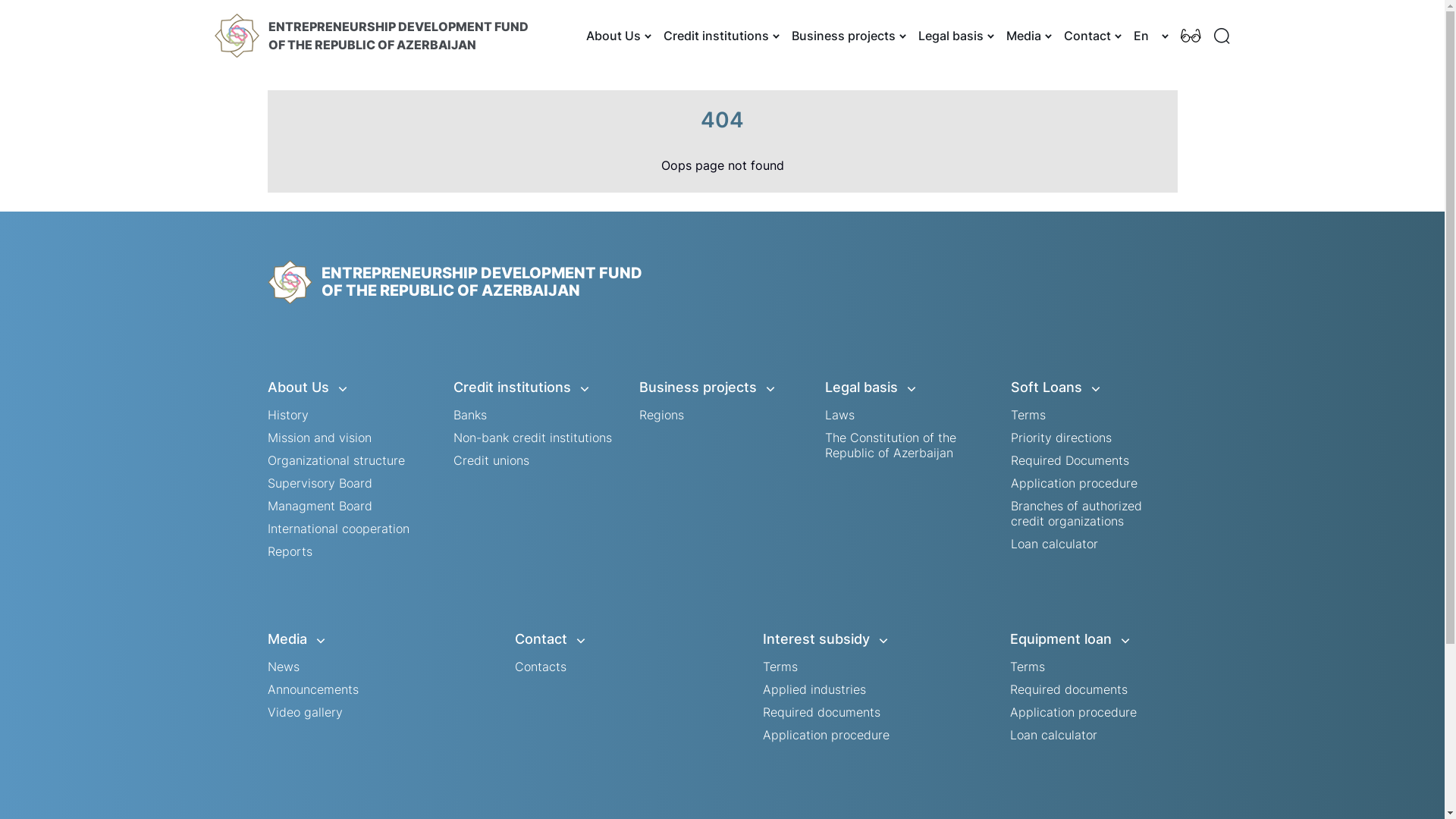 The height and width of the screenshot is (819, 1456). What do you see at coordinates (318, 506) in the screenshot?
I see `'Managment Board'` at bounding box center [318, 506].